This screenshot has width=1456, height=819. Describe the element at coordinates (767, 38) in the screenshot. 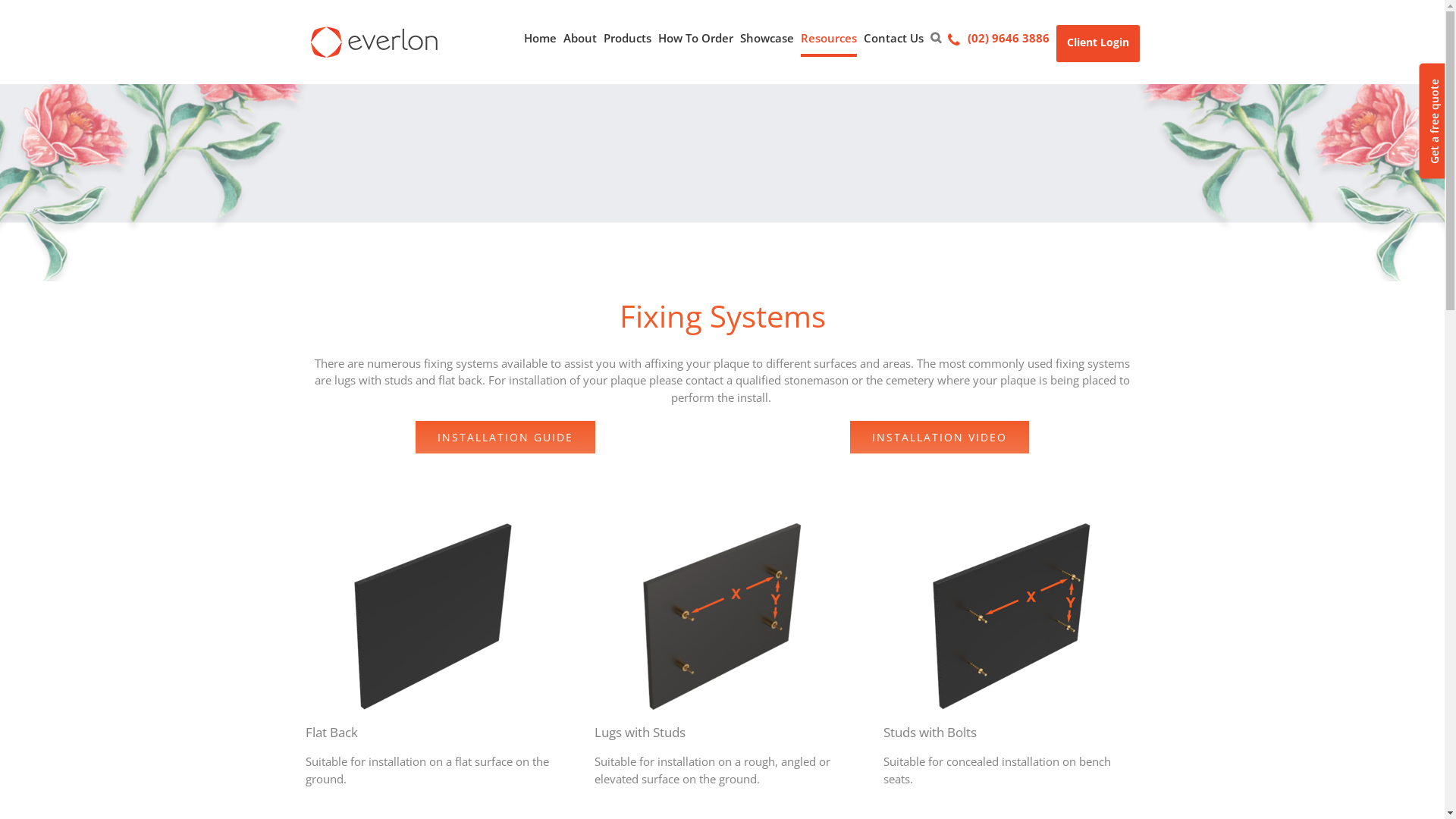

I see `'Showcase'` at that location.